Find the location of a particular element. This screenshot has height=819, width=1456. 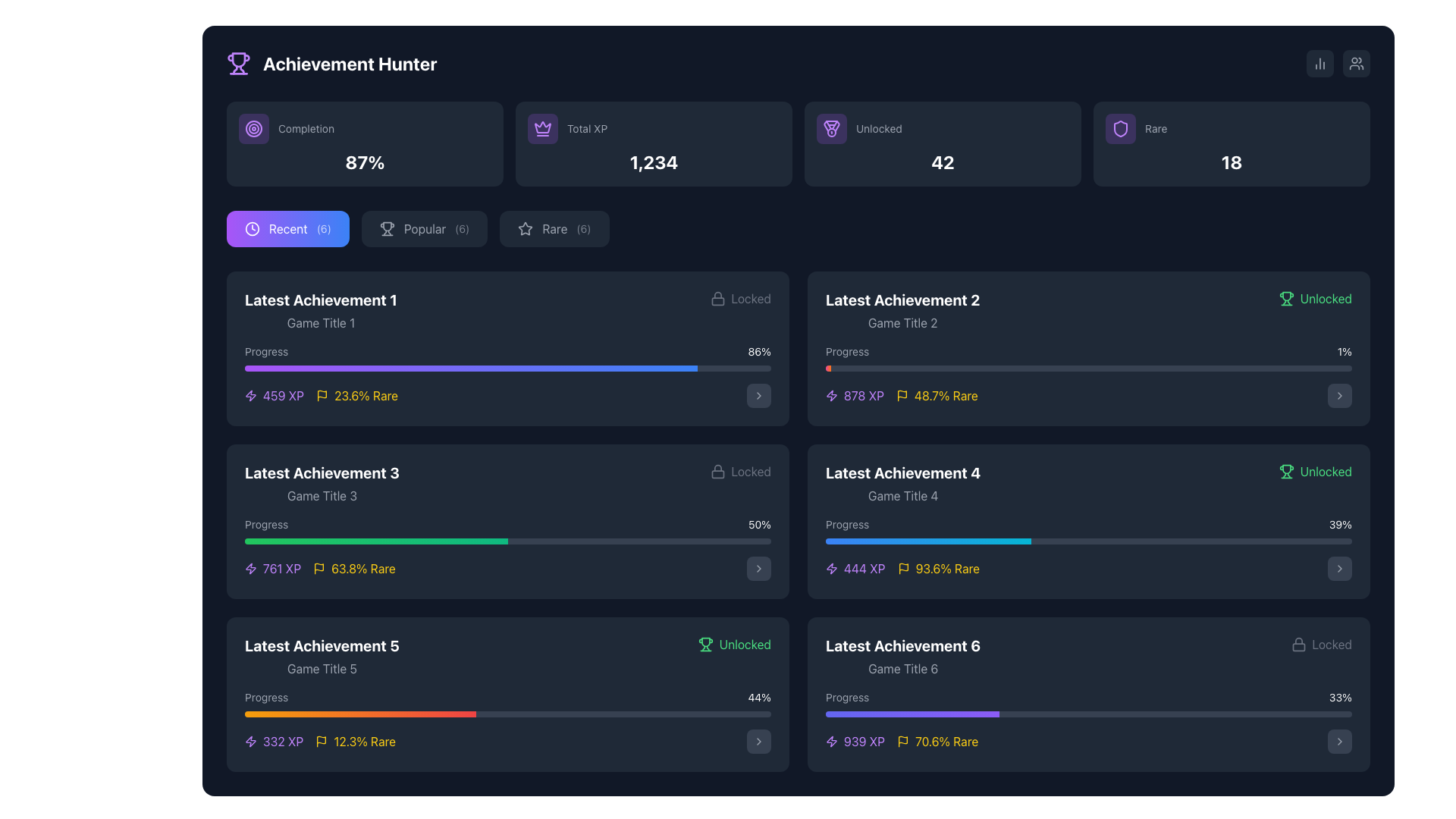

the flag icon indicating rarity status located to the left of the '93.6% Rare' text in the 'Latest Achievement 4' section of the achievement list is located at coordinates (903, 568).